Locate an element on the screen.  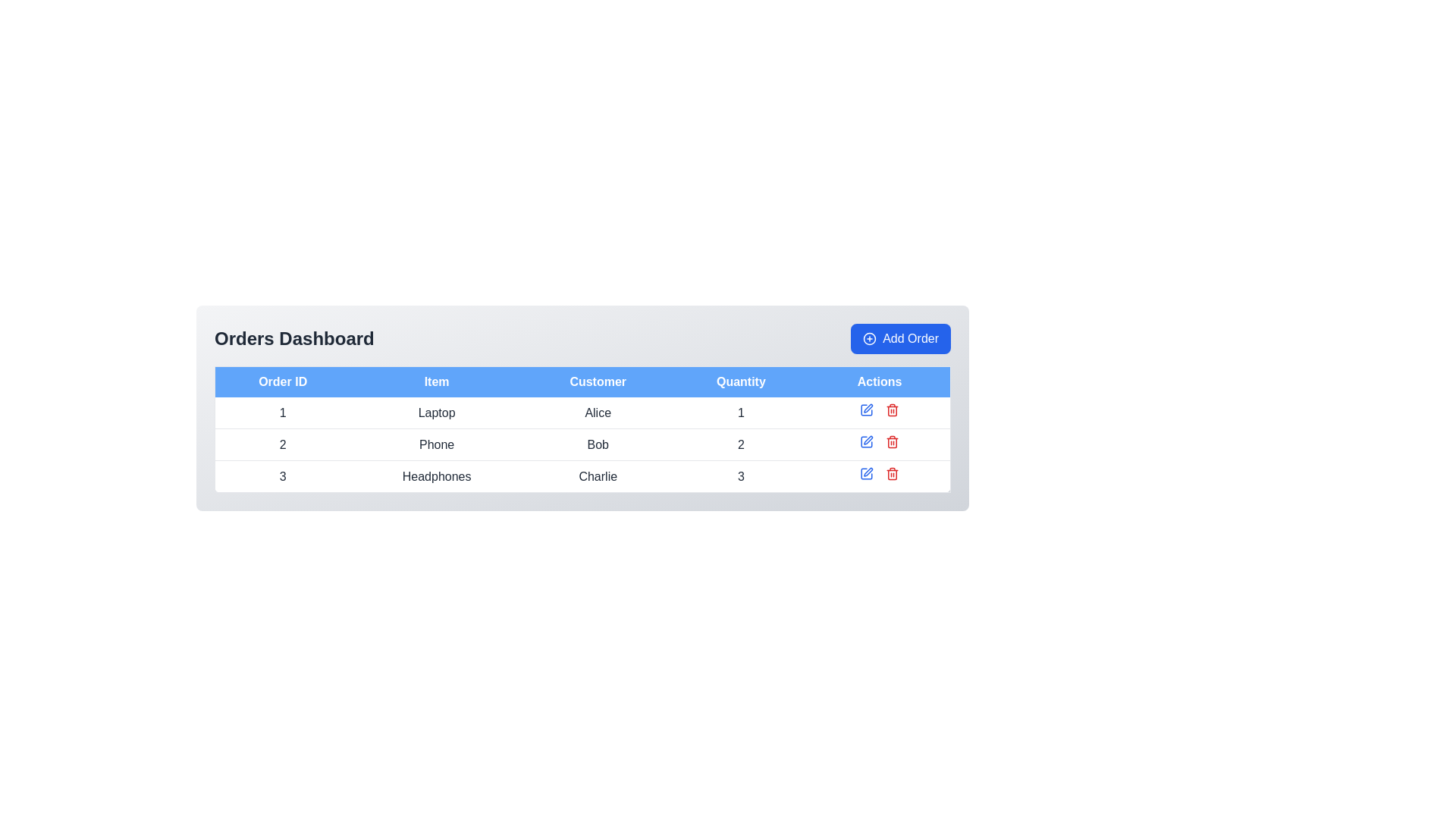
the 'Add Order' button, which contains the leftmost icon serving as a visual indicator for adding a new order is located at coordinates (870, 338).